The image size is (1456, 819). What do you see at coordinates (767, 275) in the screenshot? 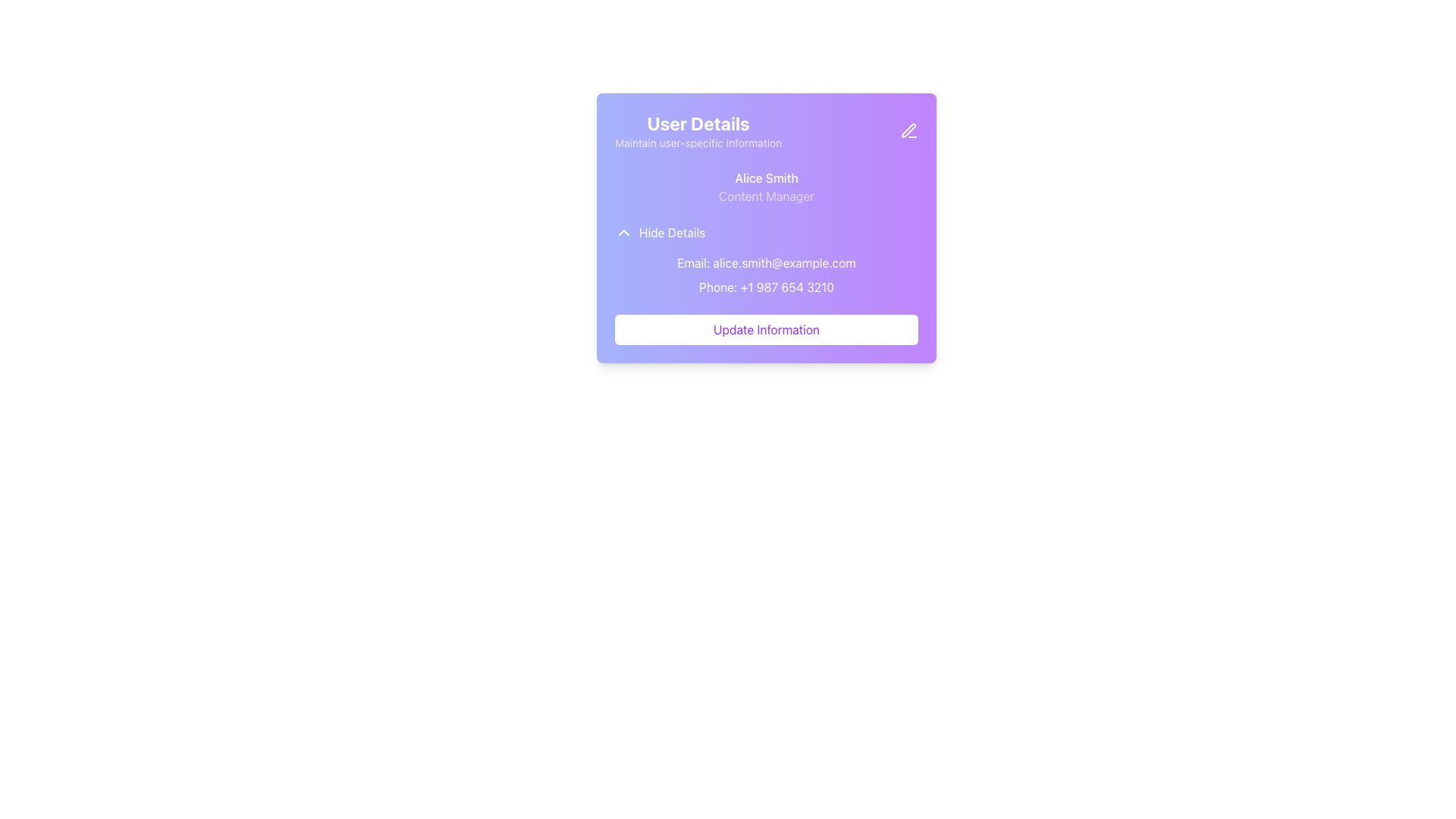
I see `the text block containing contact details, which features 'Email:' and 'Phone:' on a gradient background, positioned centrally beneath the 'Hide Details' link` at bounding box center [767, 275].